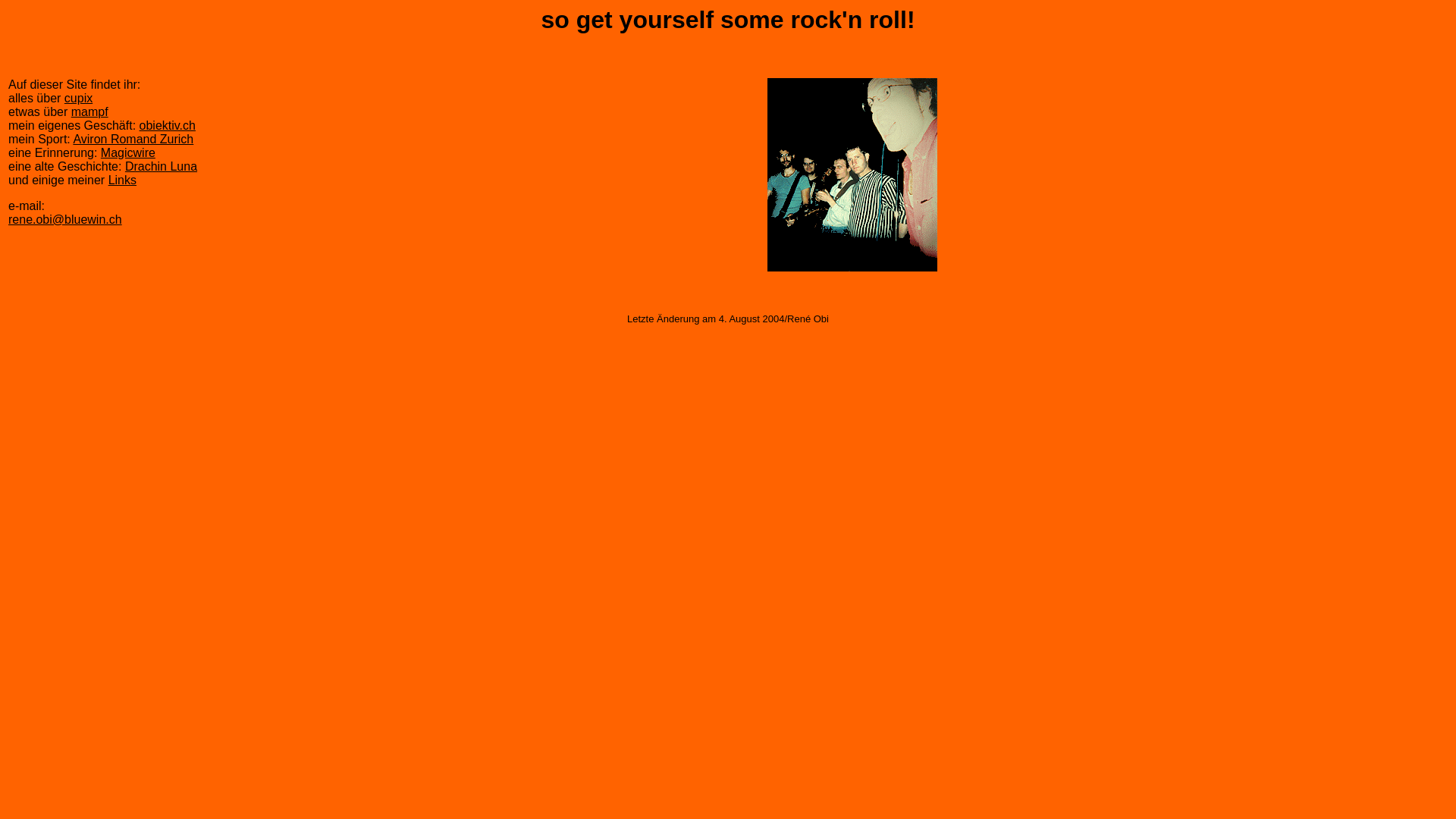  I want to click on 'obiektiv.ch', so click(167, 124).